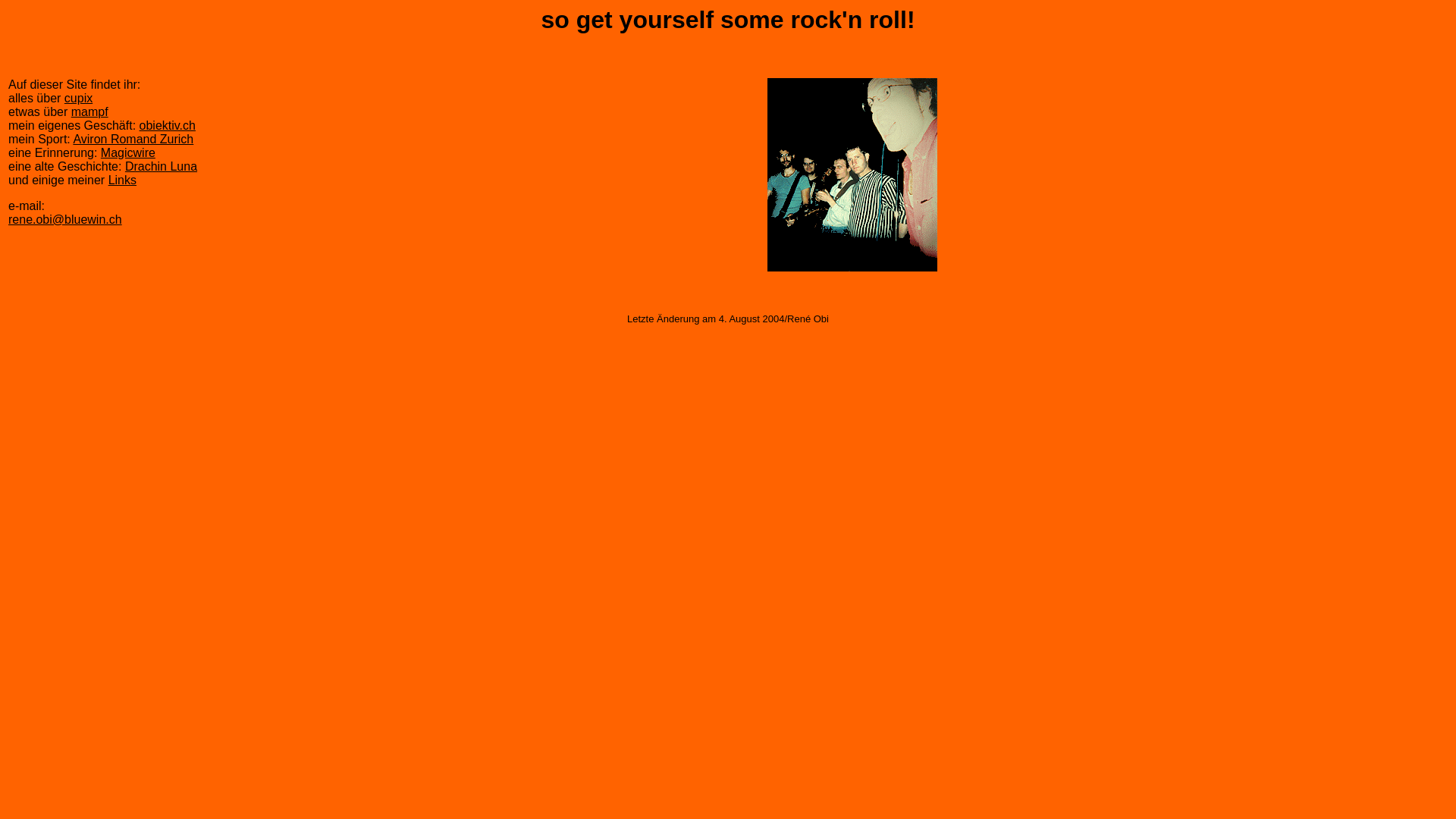  I want to click on 'obiektiv.ch', so click(167, 124).